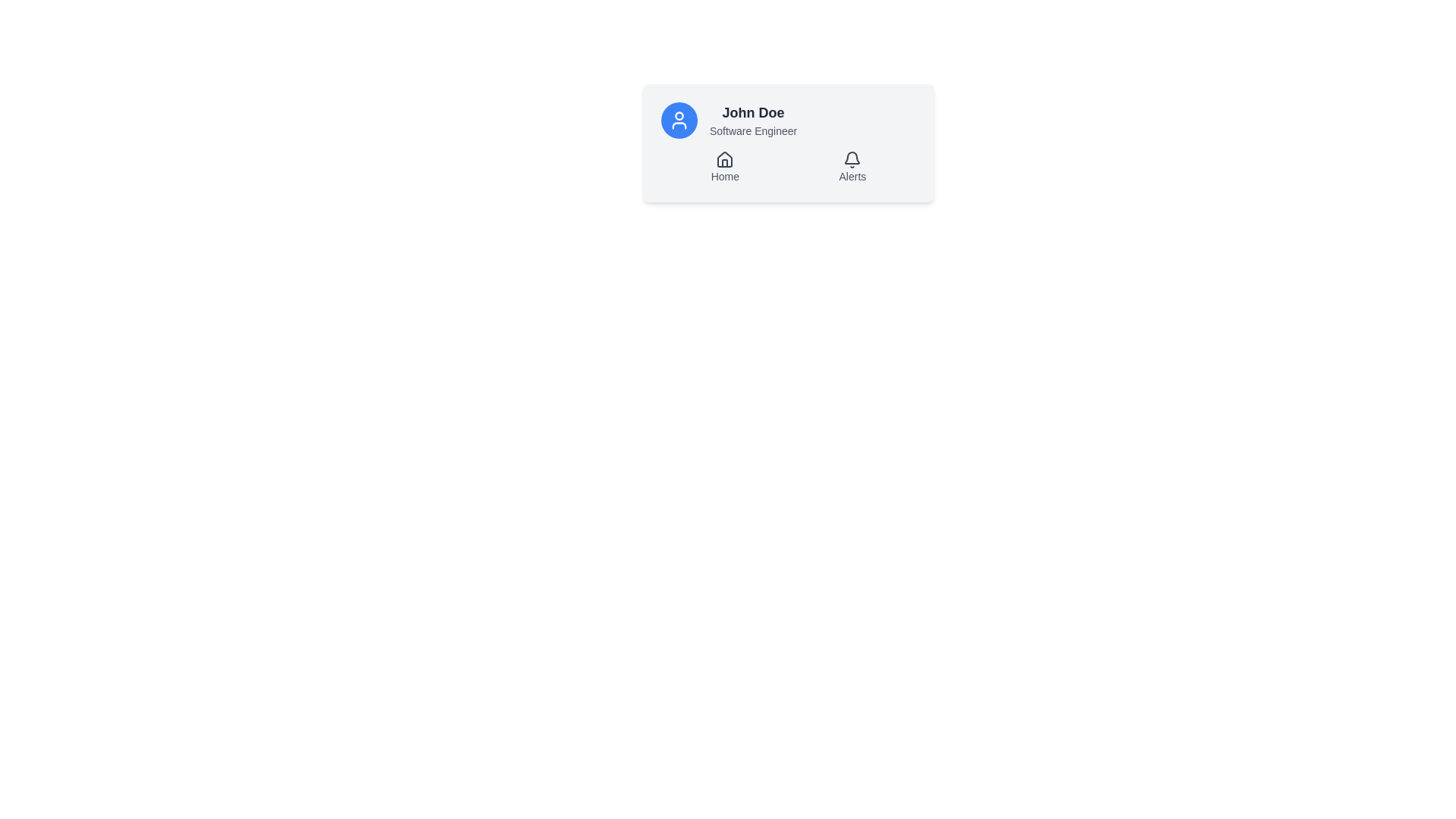 The height and width of the screenshot is (819, 1456). I want to click on the small house-shaped icon, which is dark gray and located centrally above the label 'Home', so click(724, 160).